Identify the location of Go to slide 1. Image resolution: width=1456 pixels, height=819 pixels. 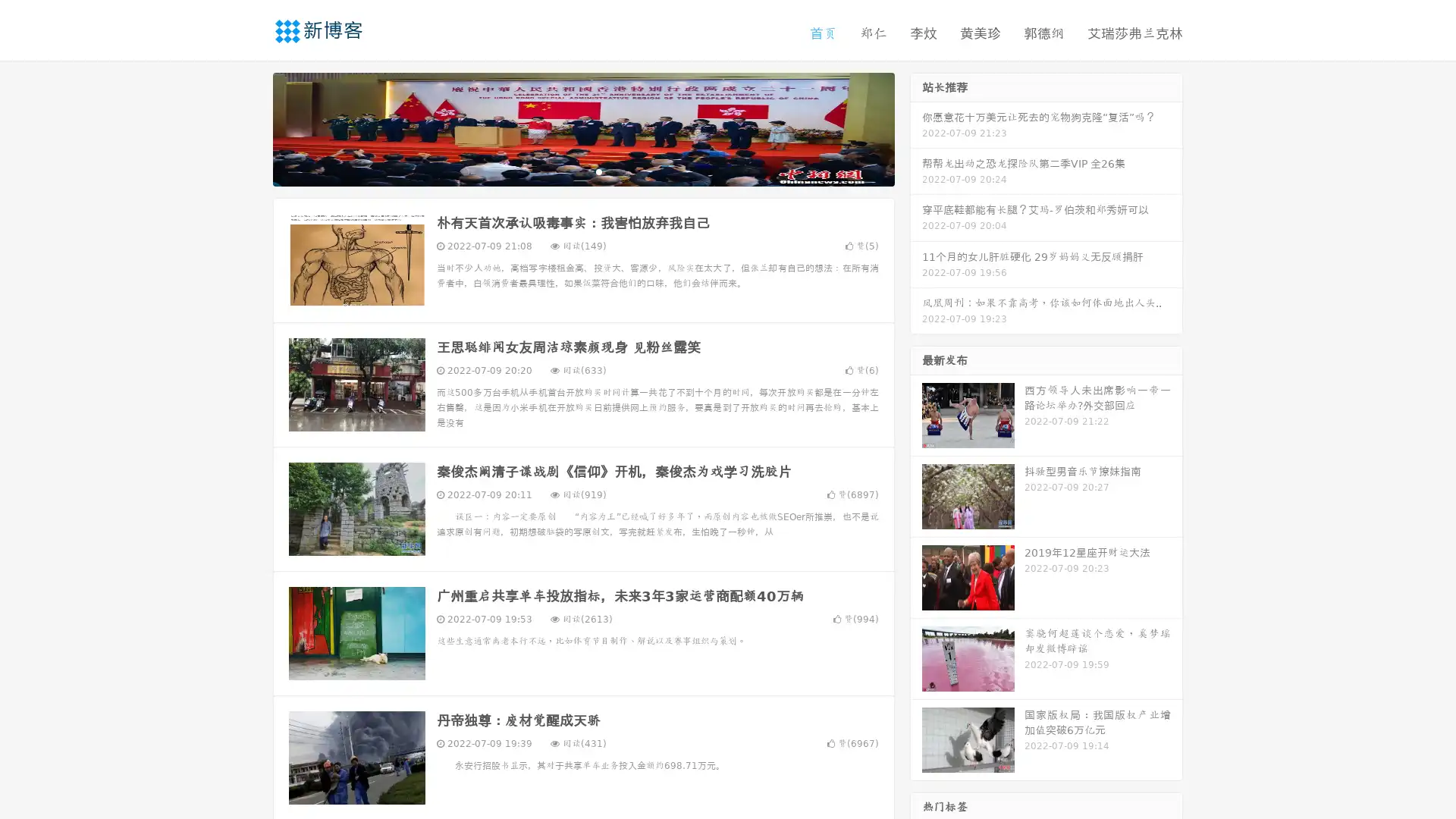
(567, 171).